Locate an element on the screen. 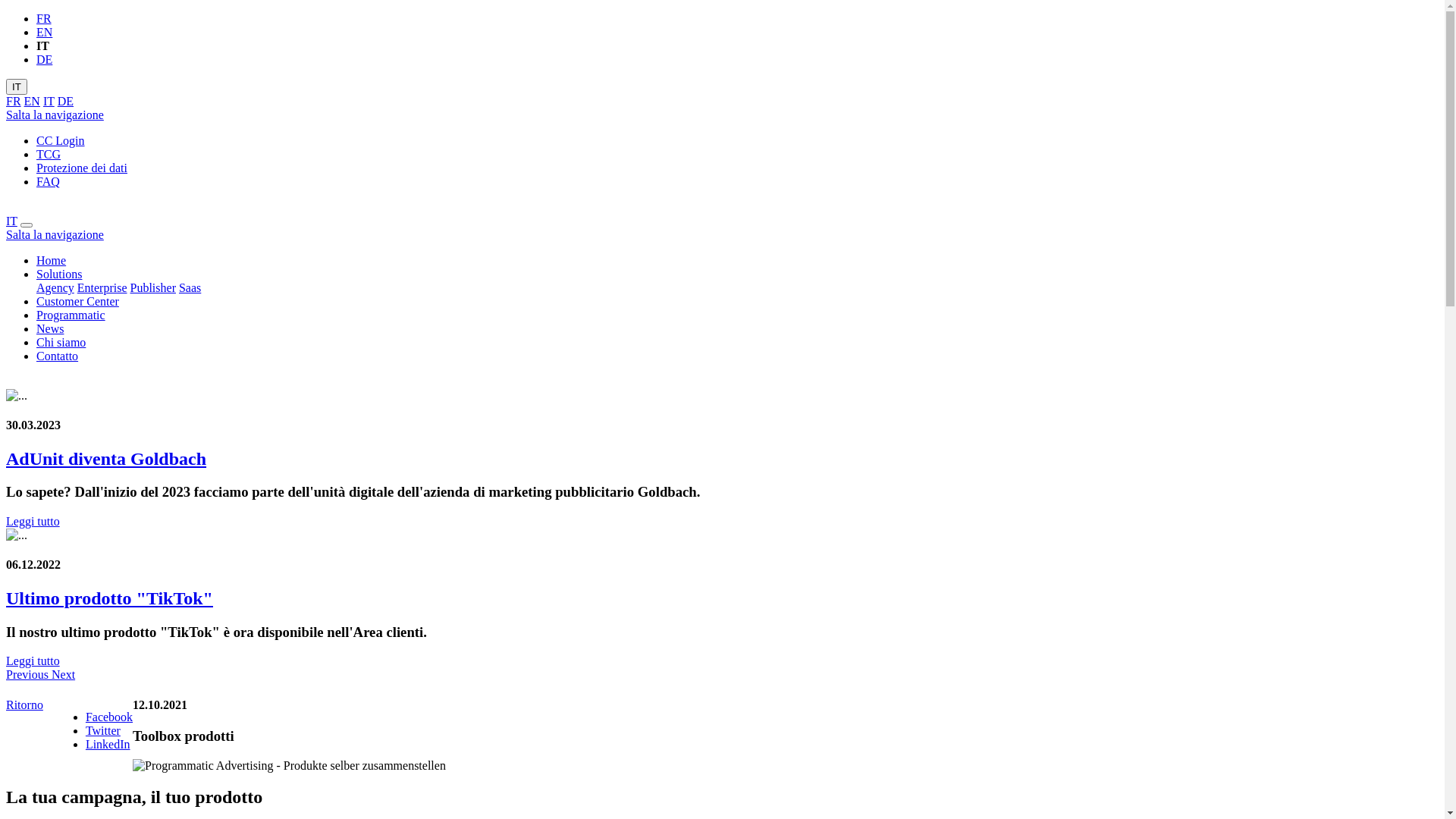 This screenshot has height=819, width=1456. 'Agency' is located at coordinates (55, 287).